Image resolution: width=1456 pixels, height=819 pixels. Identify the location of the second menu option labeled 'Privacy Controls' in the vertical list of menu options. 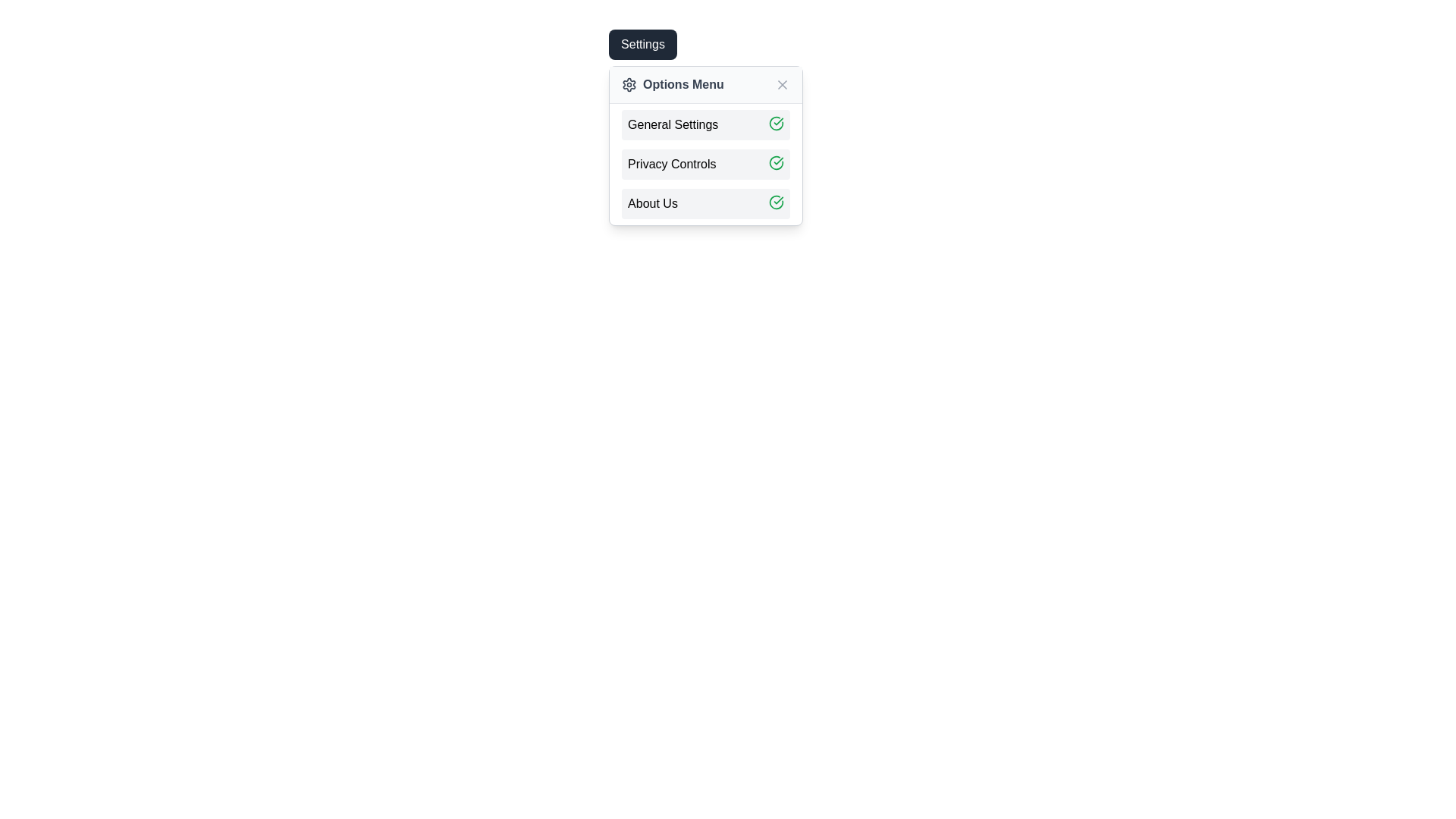
(705, 164).